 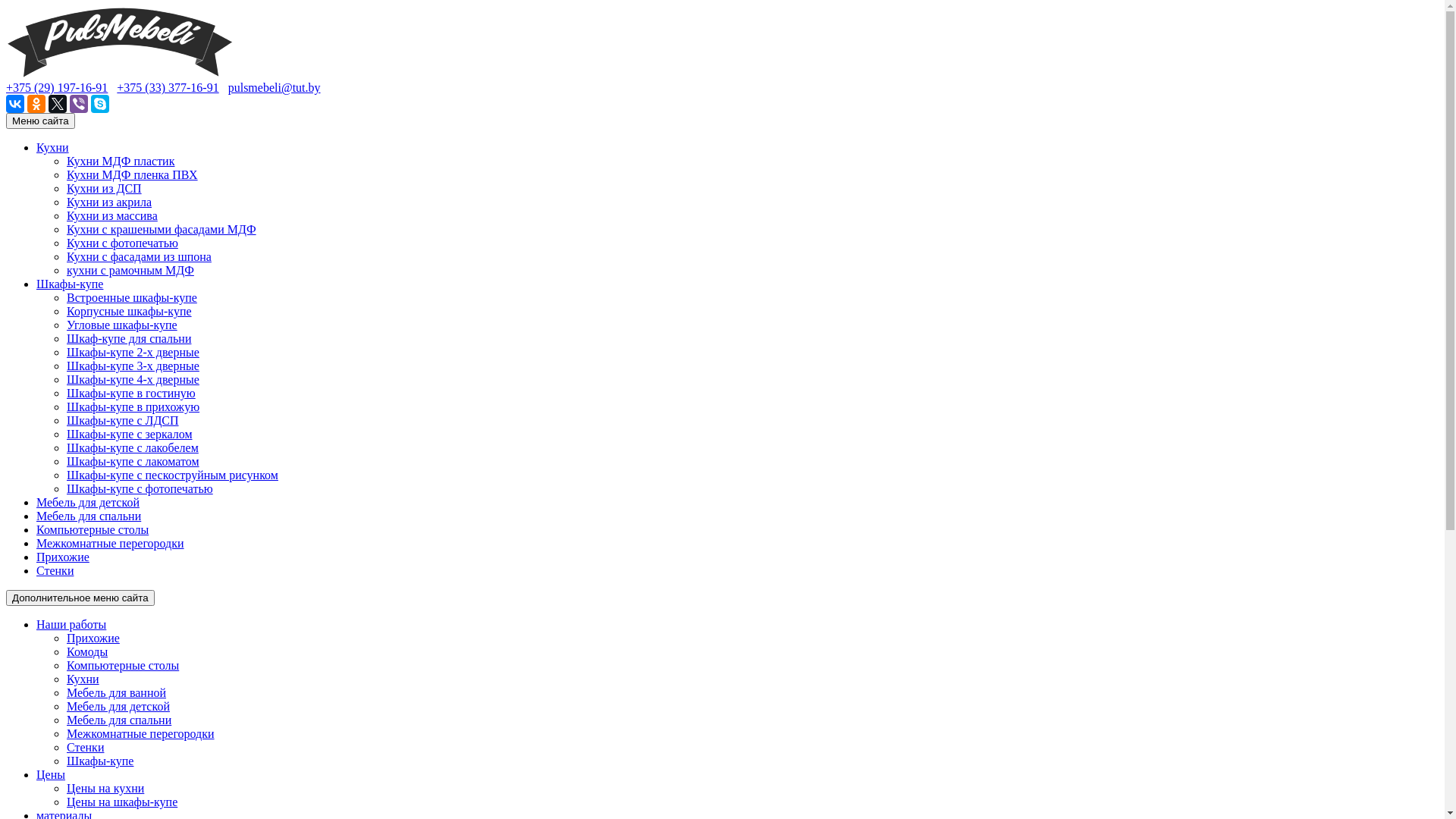 I want to click on '+375 (33) 377-16-91', so click(x=115, y=87).